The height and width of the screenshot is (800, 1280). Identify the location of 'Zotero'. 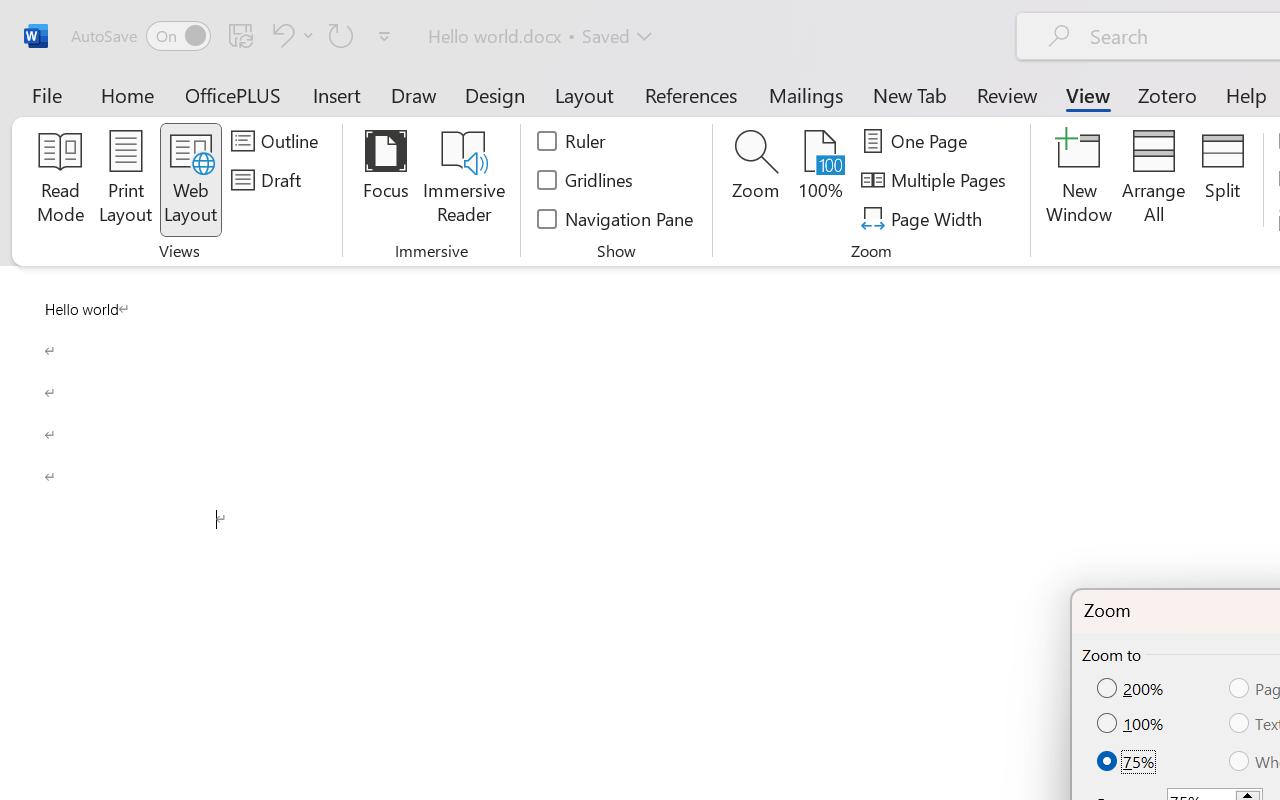
(1167, 94).